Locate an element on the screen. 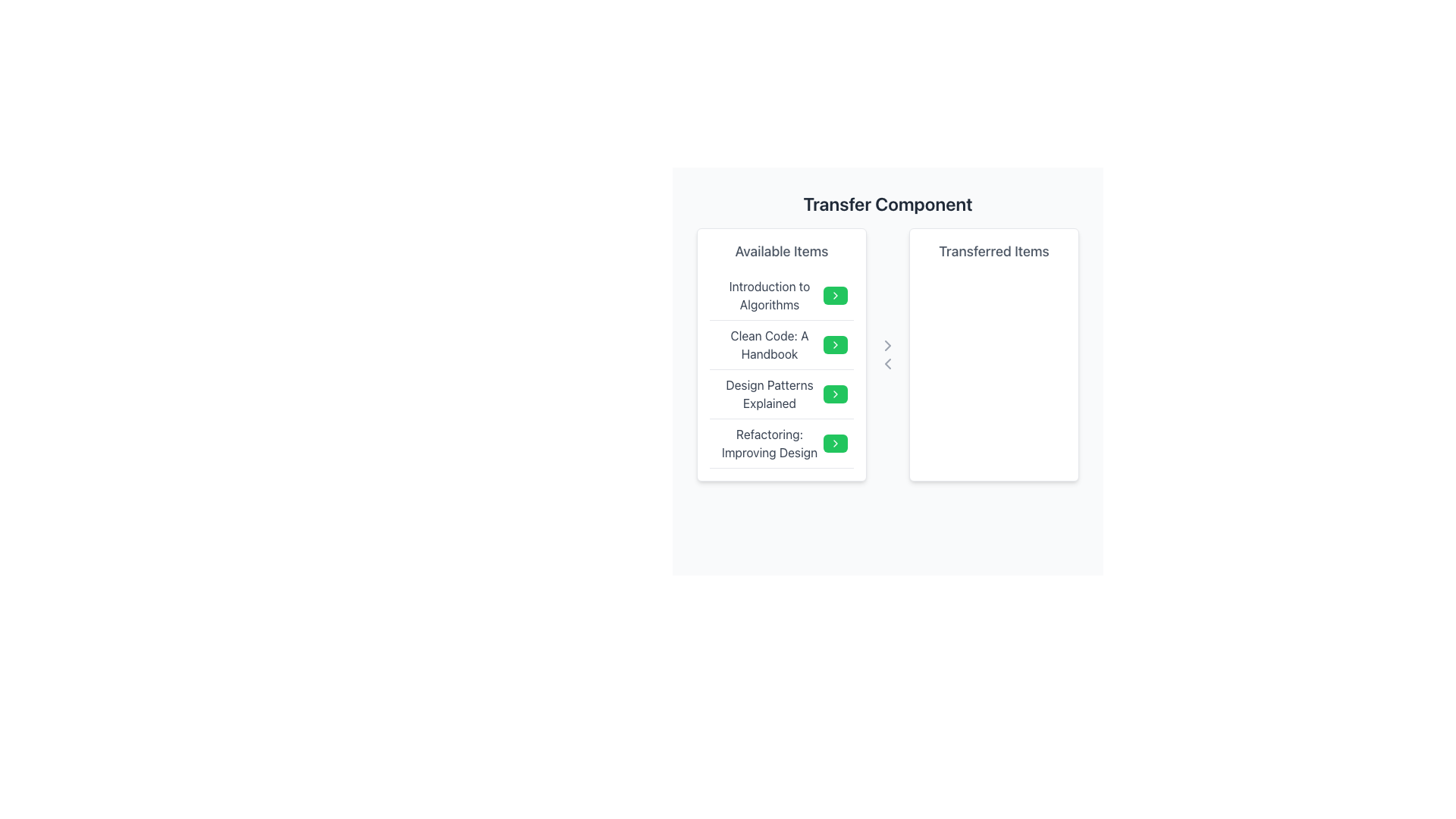  the text label element displaying 'Refactoring: Improving Design' which is the fourth item in the 'Available Items' section is located at coordinates (769, 444).